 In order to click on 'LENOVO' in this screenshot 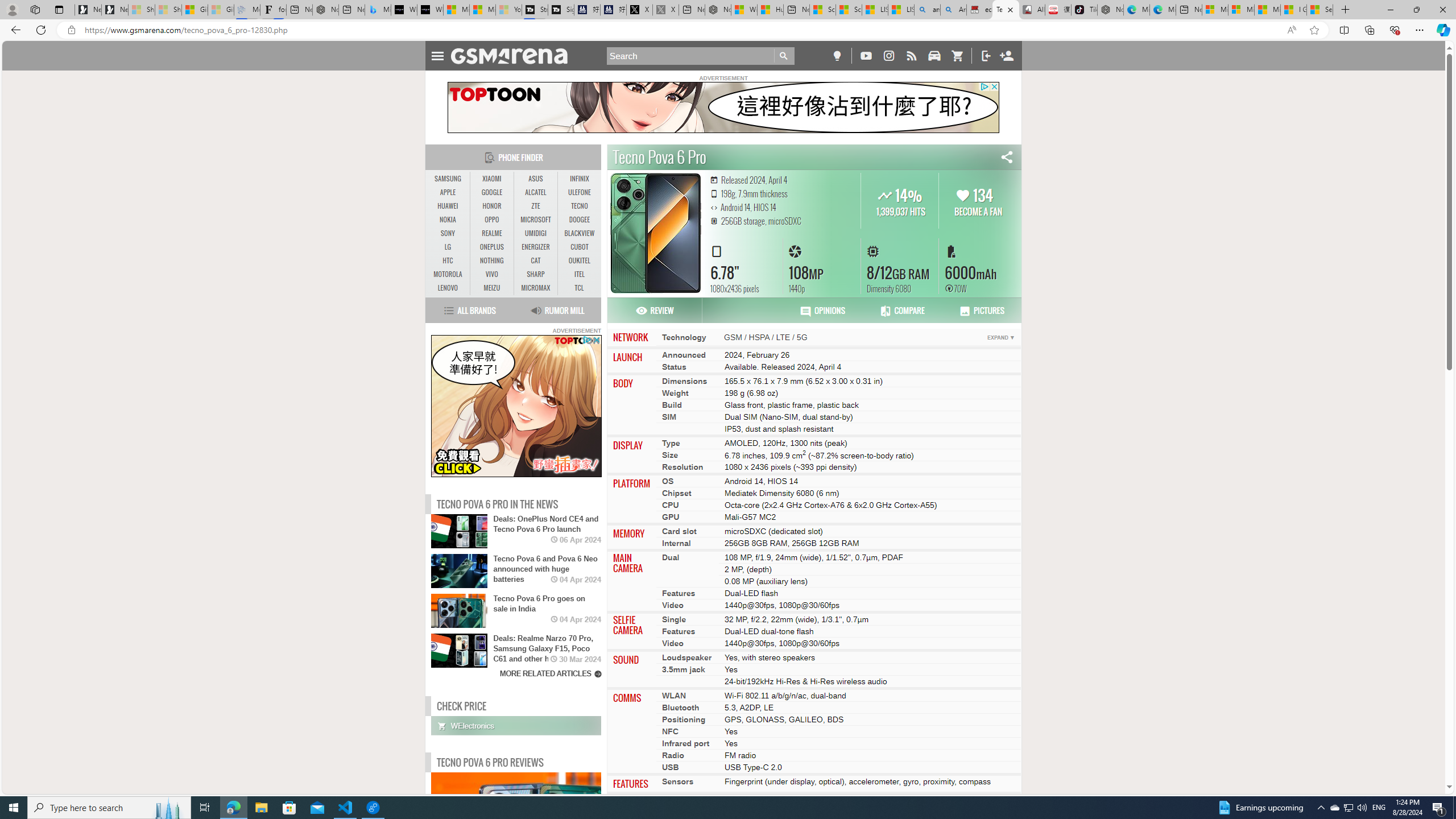, I will do `click(448, 287)`.